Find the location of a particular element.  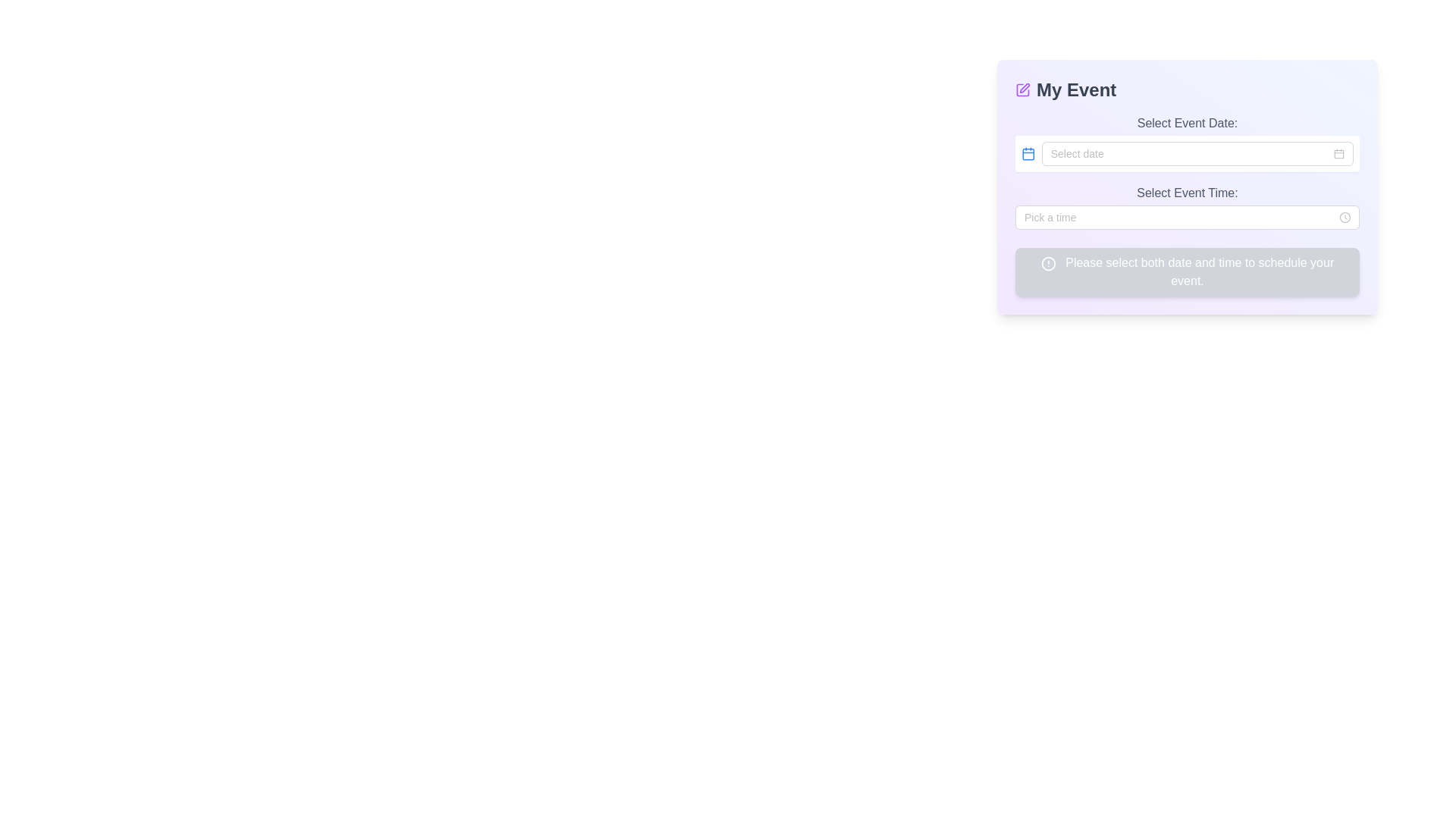

the Date Picker Input Field located below 'Select Event Date:' and above 'Select Event Time' is located at coordinates (1186, 143).